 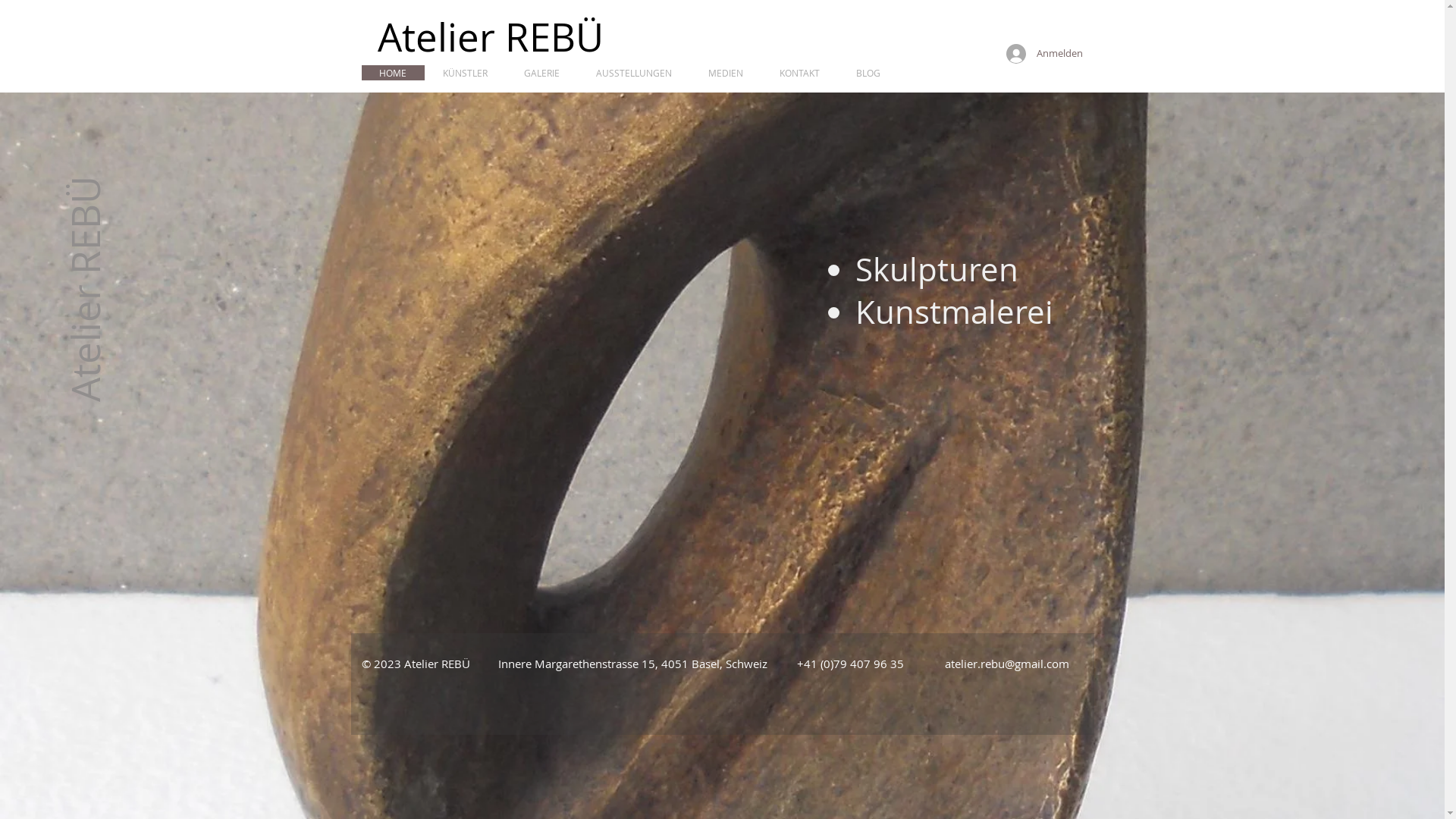 What do you see at coordinates (716, 74) in the screenshot?
I see `'KONTAKT'` at bounding box center [716, 74].